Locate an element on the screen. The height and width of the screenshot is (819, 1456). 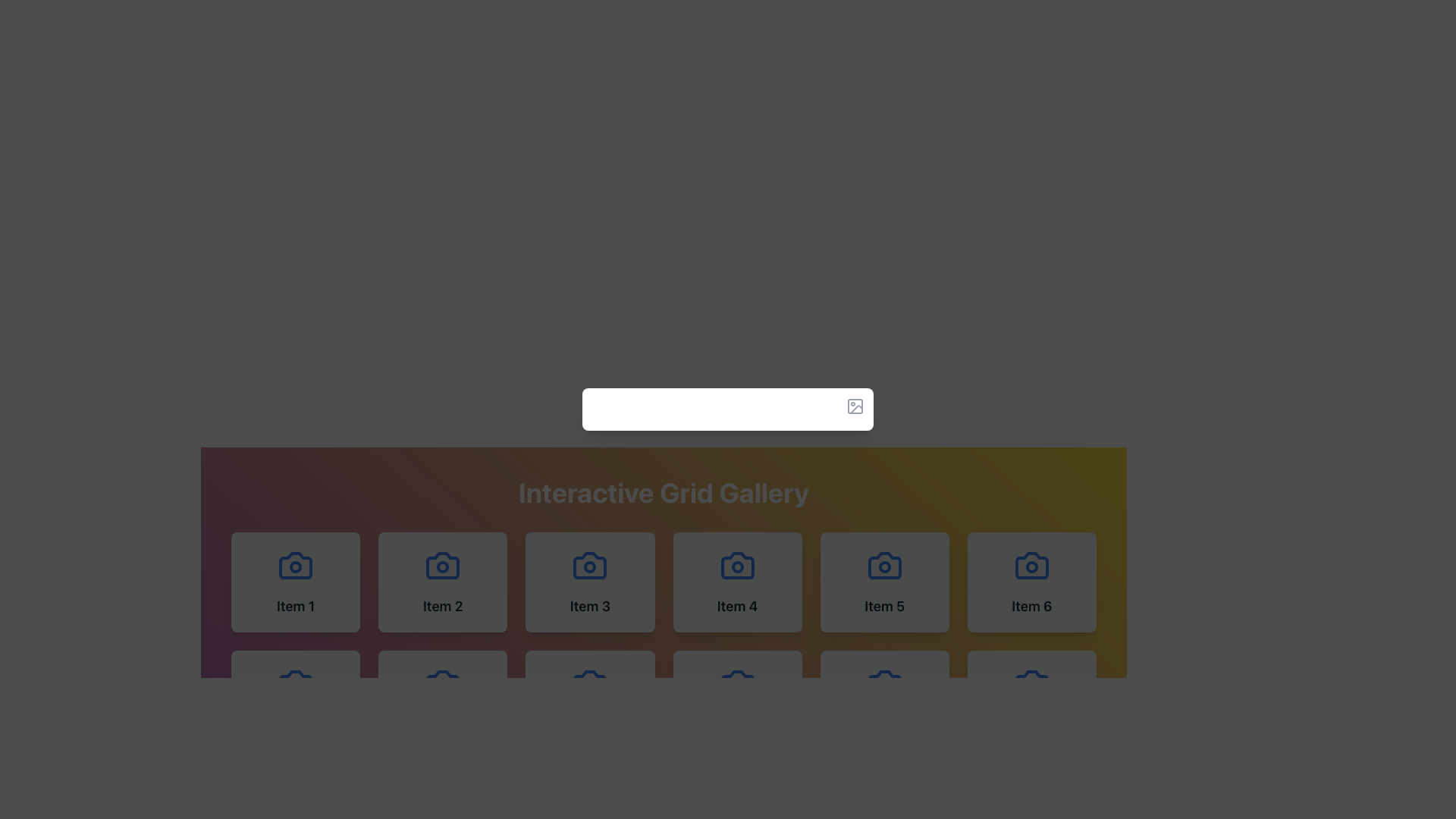
the card representing 'Item 1' located is located at coordinates (296, 581).